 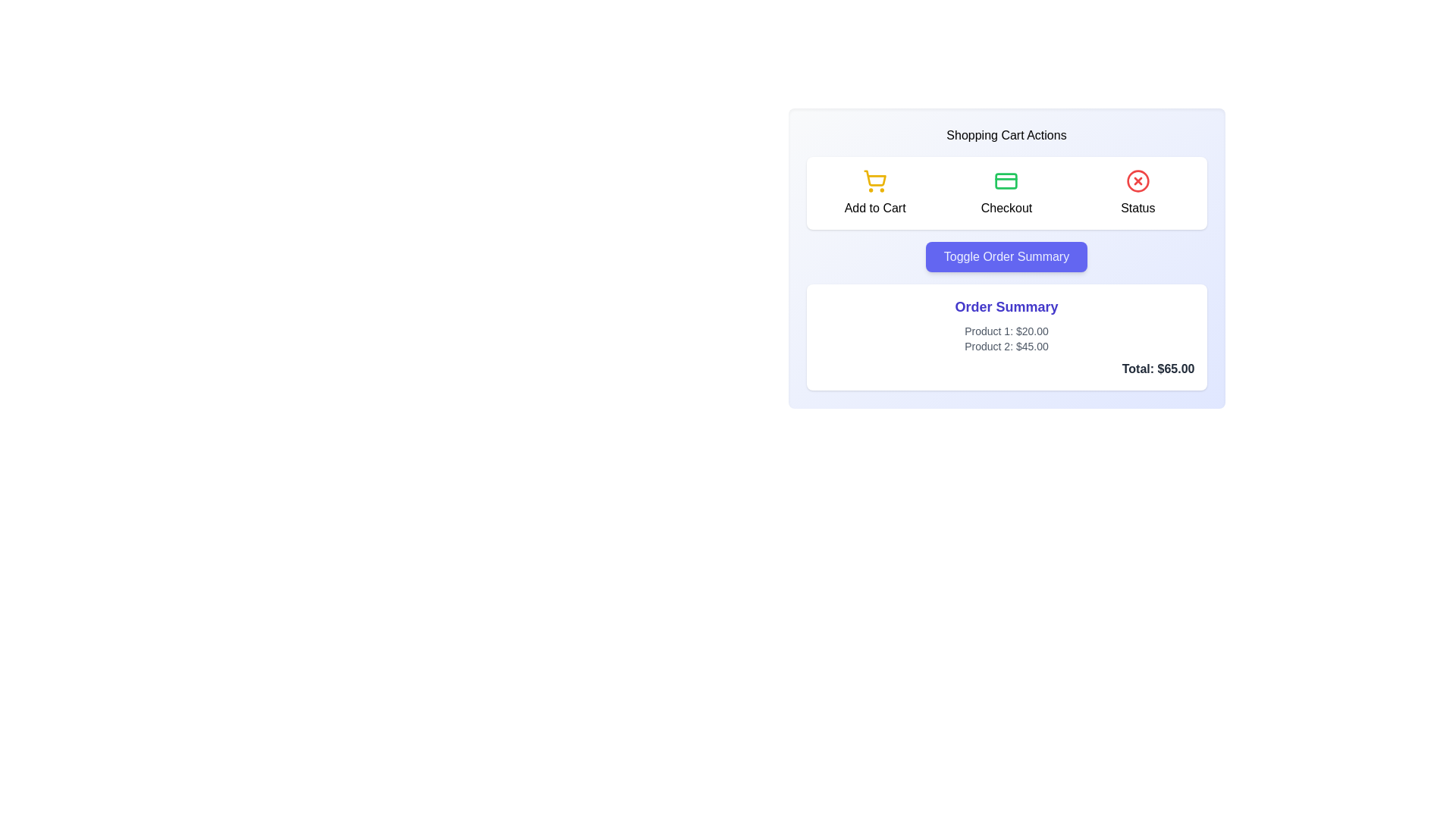 What do you see at coordinates (1006, 330) in the screenshot?
I see `the Text label displaying 'Product 1' and its price '$20.00' in the 'Order Summary' section, which is the first item in the vertical list of products` at bounding box center [1006, 330].